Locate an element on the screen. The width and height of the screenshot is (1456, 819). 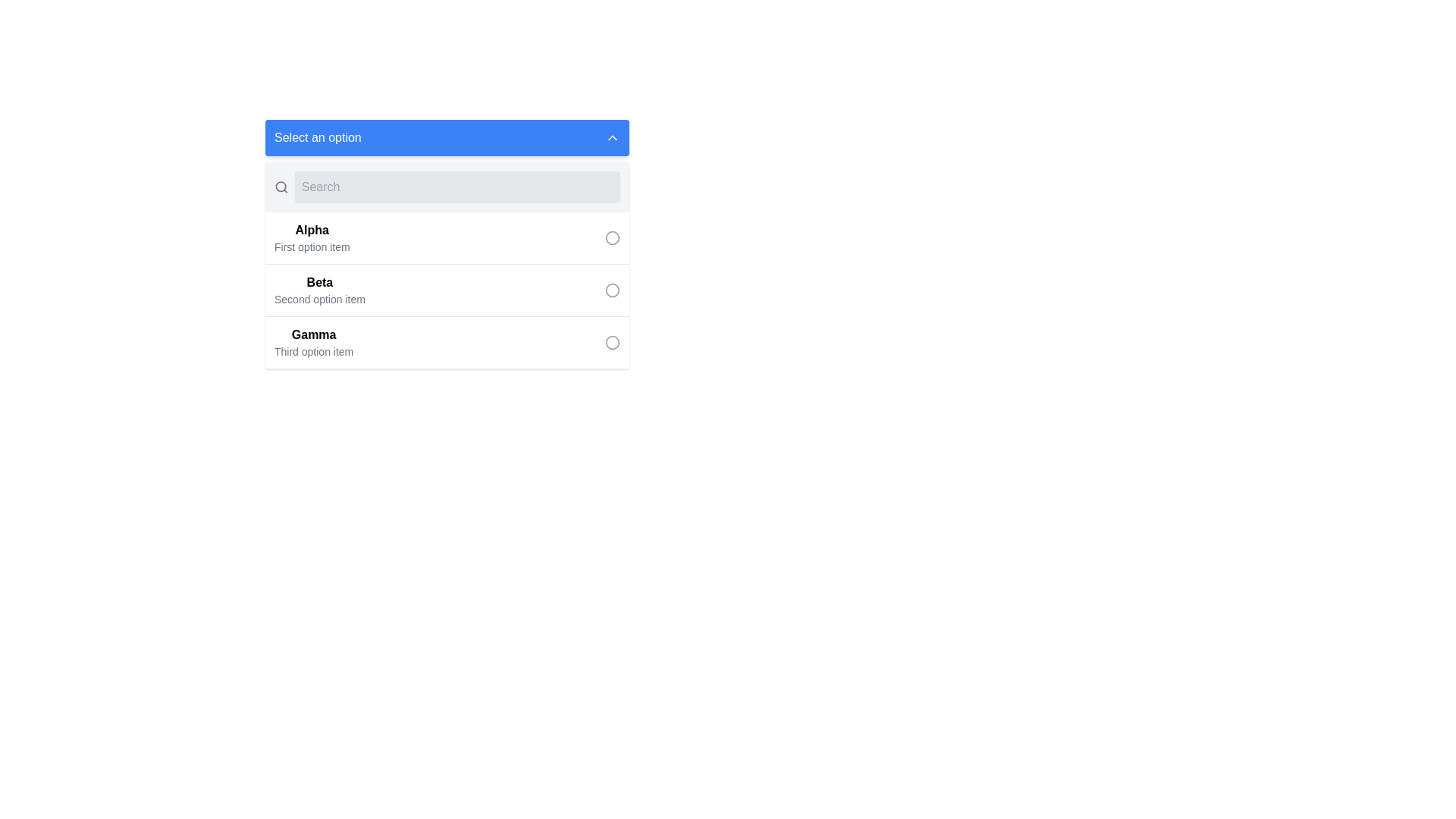
the Dropdown toggle button labeled 'Select an option' is located at coordinates (447, 137).